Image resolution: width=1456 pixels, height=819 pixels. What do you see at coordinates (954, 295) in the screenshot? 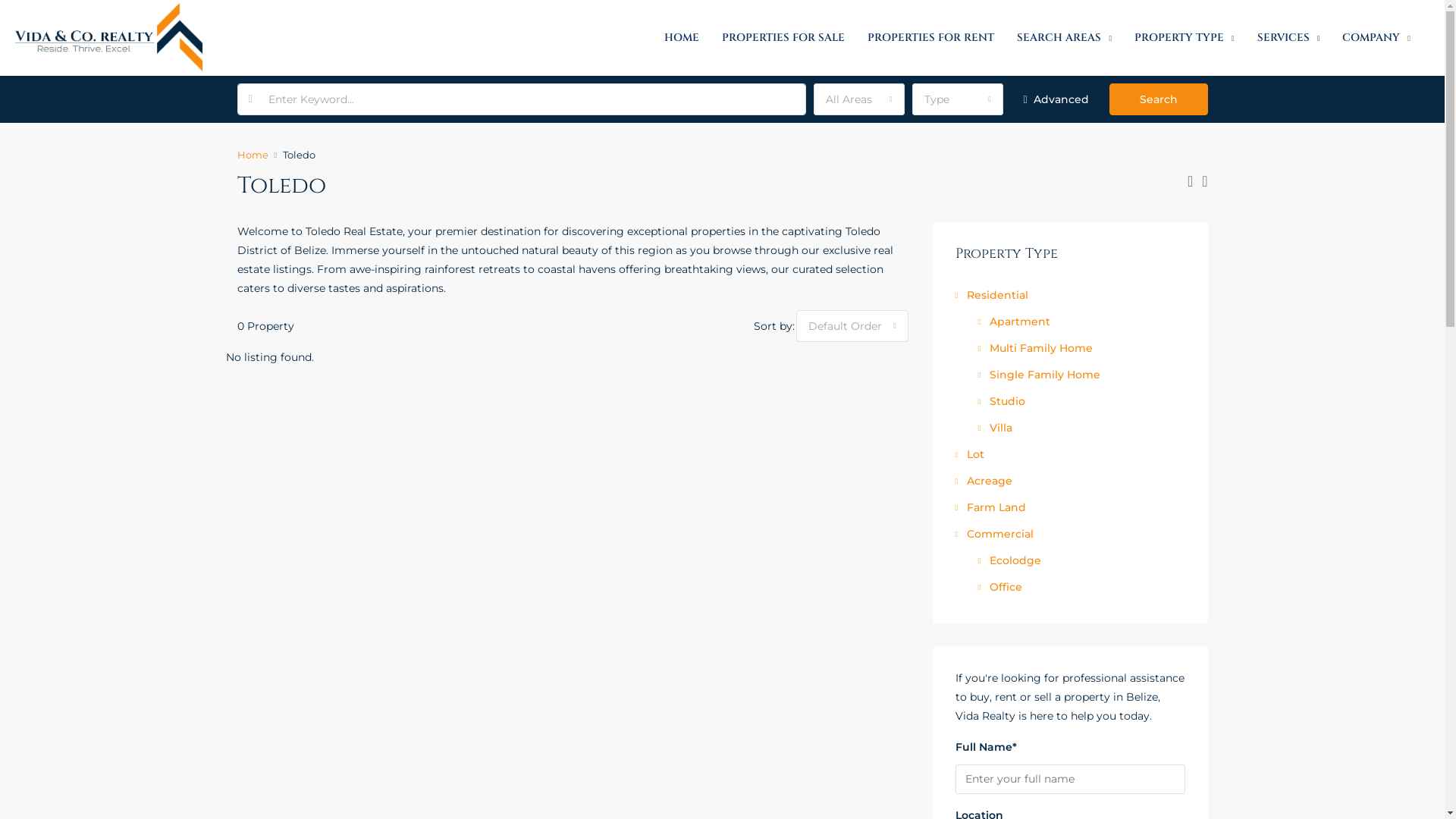
I see `'Residential'` at bounding box center [954, 295].